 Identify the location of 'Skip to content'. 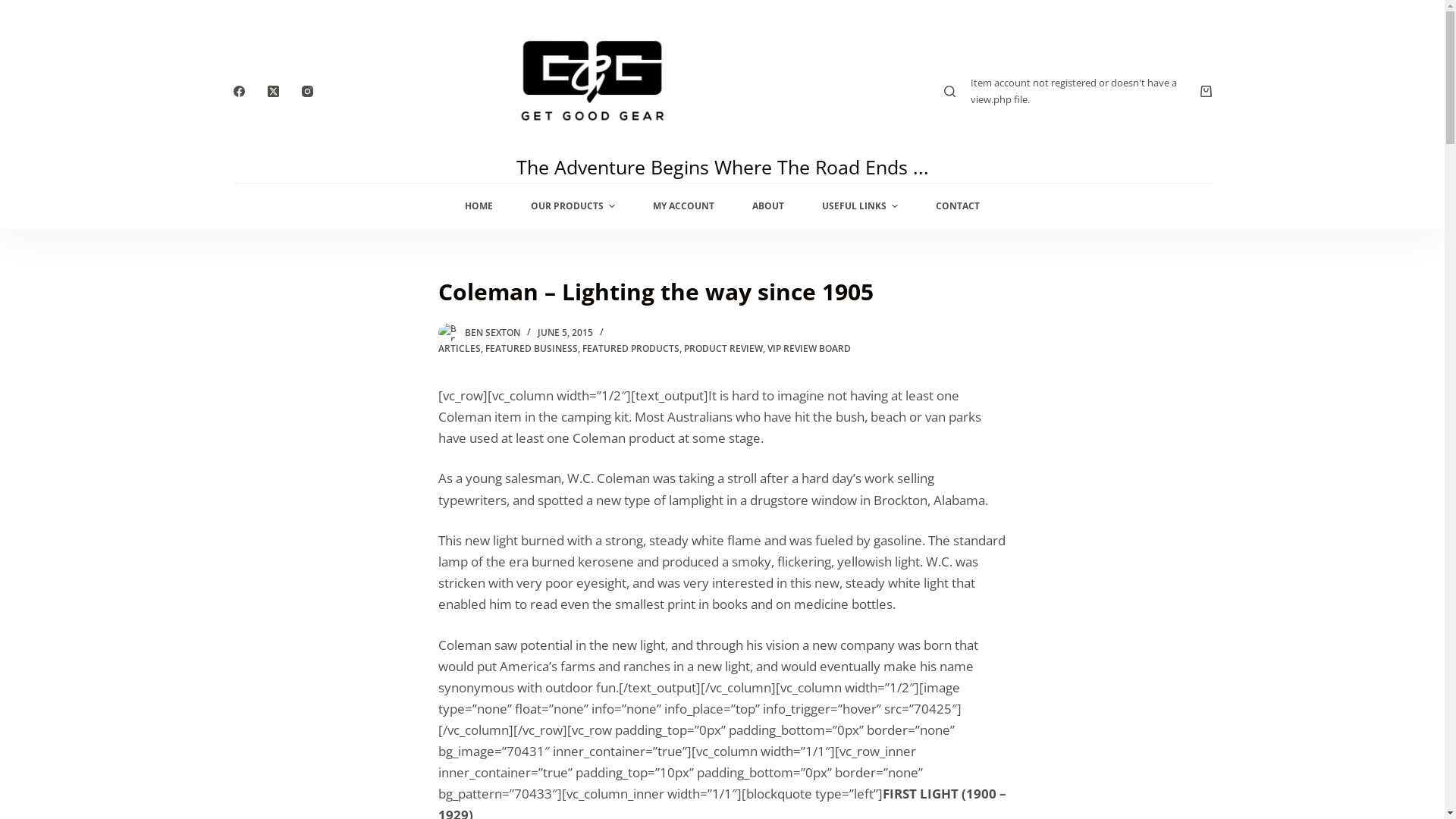
(14, 8).